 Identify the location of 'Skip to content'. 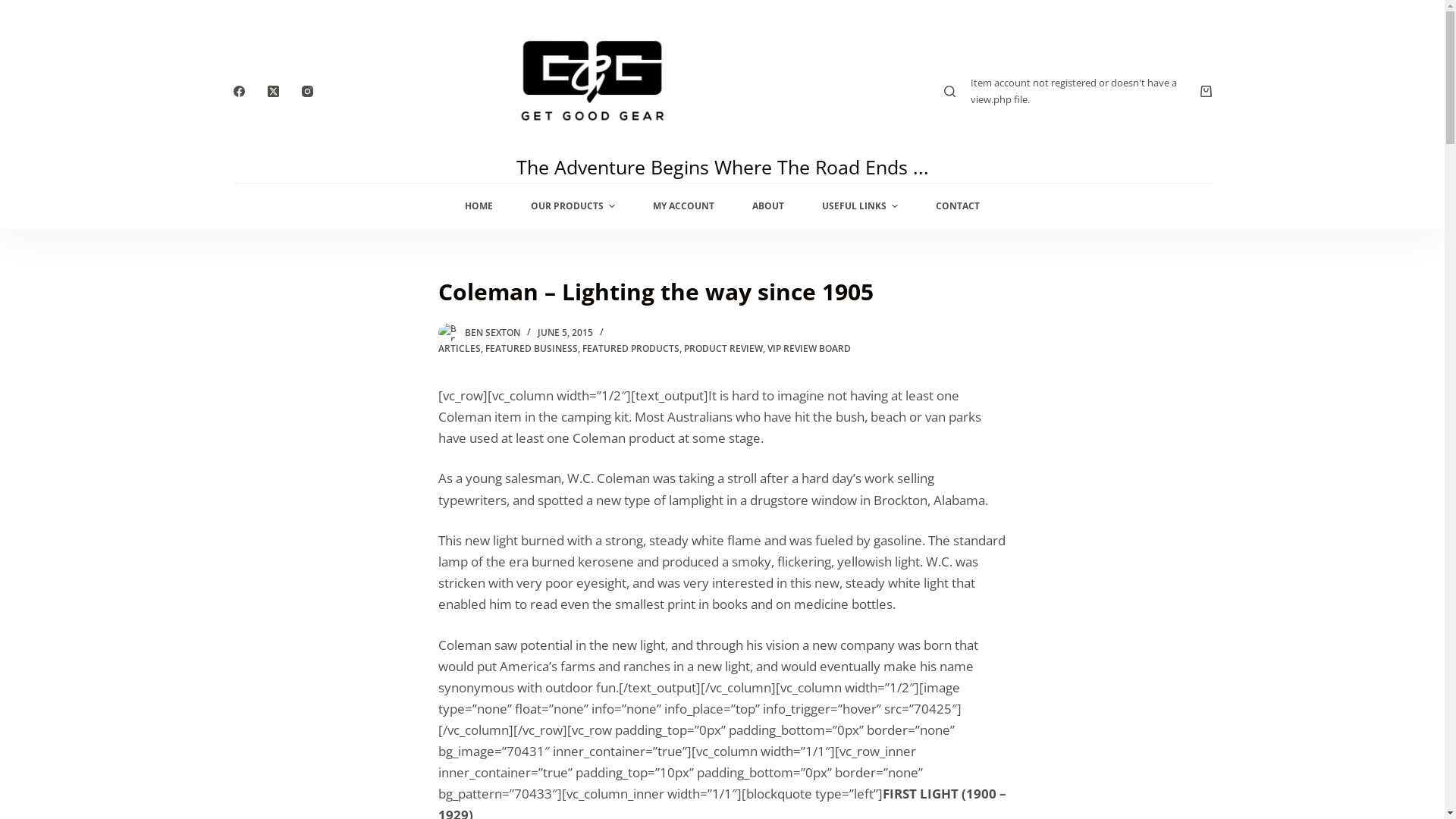
(14, 8).